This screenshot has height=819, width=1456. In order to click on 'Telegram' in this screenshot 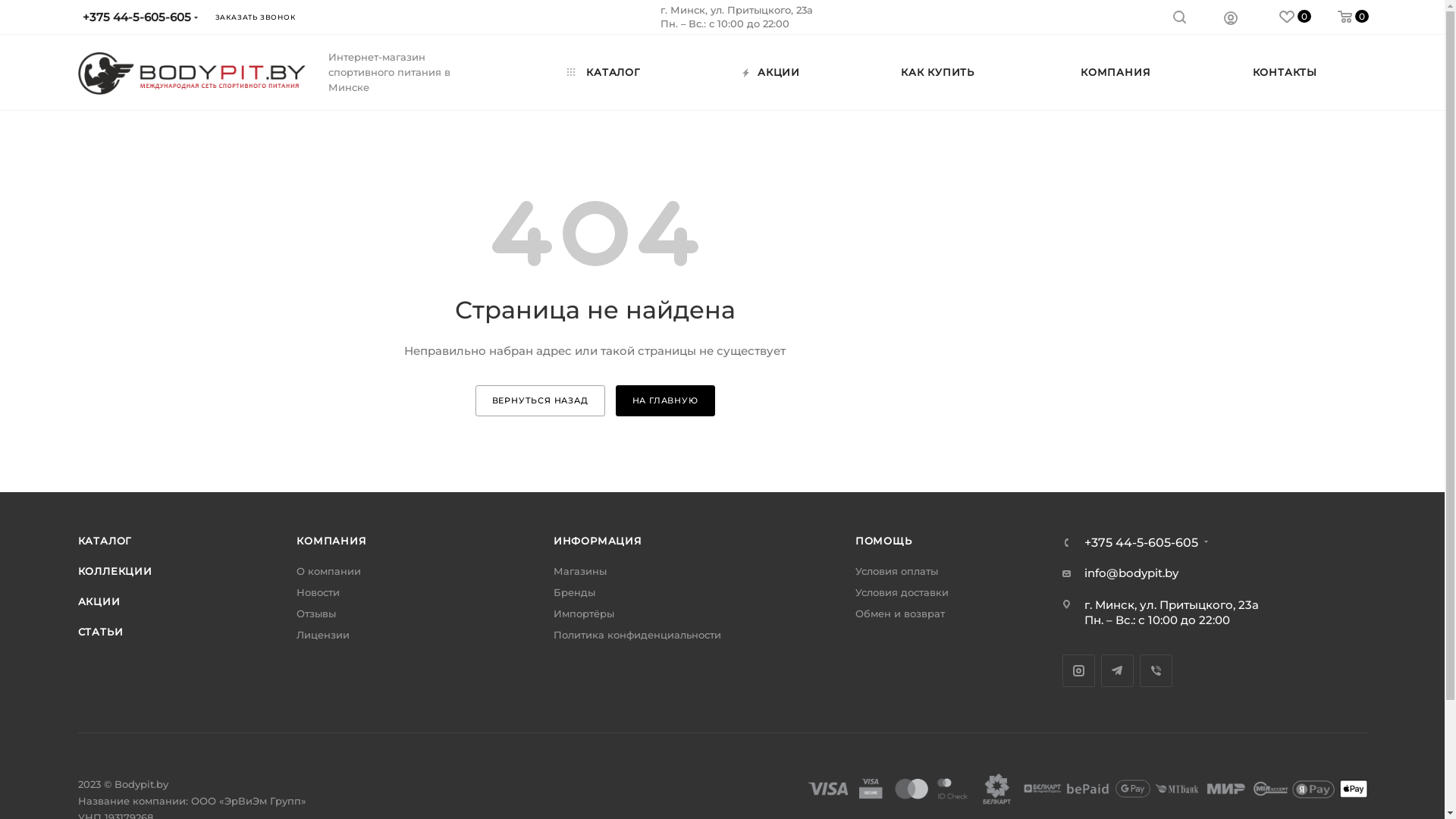, I will do `click(1117, 670)`.